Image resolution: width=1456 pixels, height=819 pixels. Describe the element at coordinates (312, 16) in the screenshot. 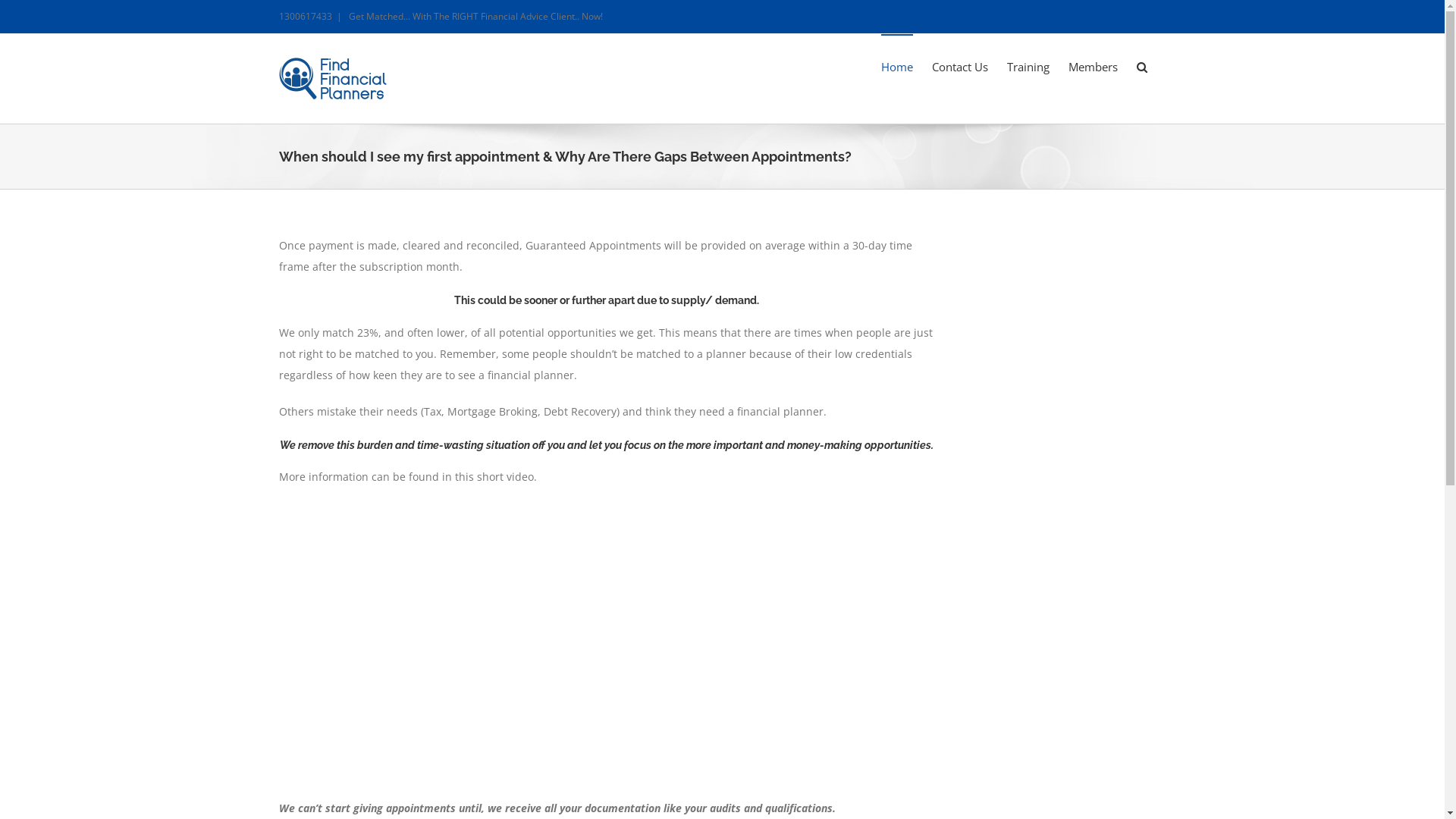

I see `'1300617433  |   '` at that location.